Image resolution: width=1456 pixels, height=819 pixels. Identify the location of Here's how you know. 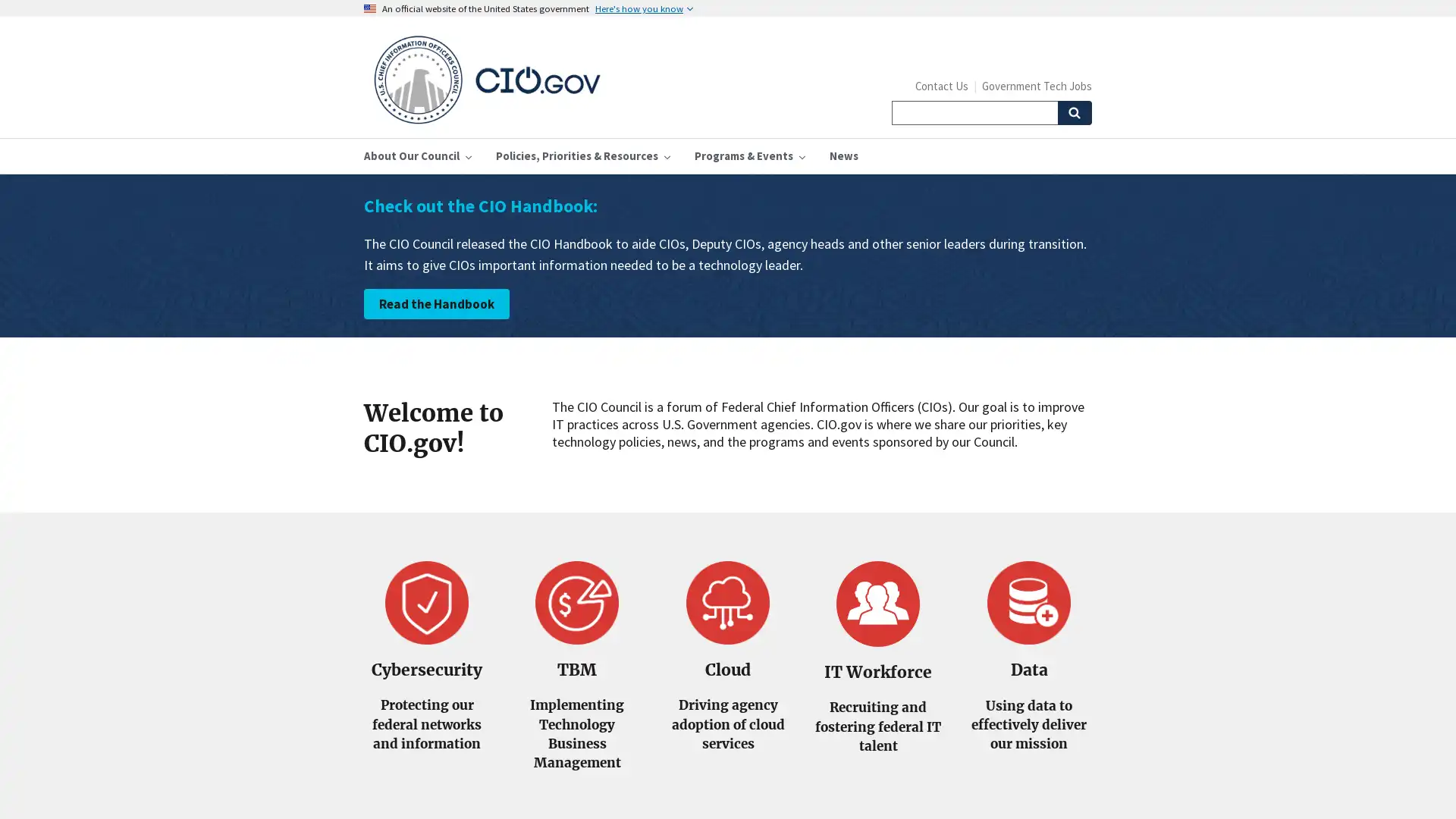
(644, 8).